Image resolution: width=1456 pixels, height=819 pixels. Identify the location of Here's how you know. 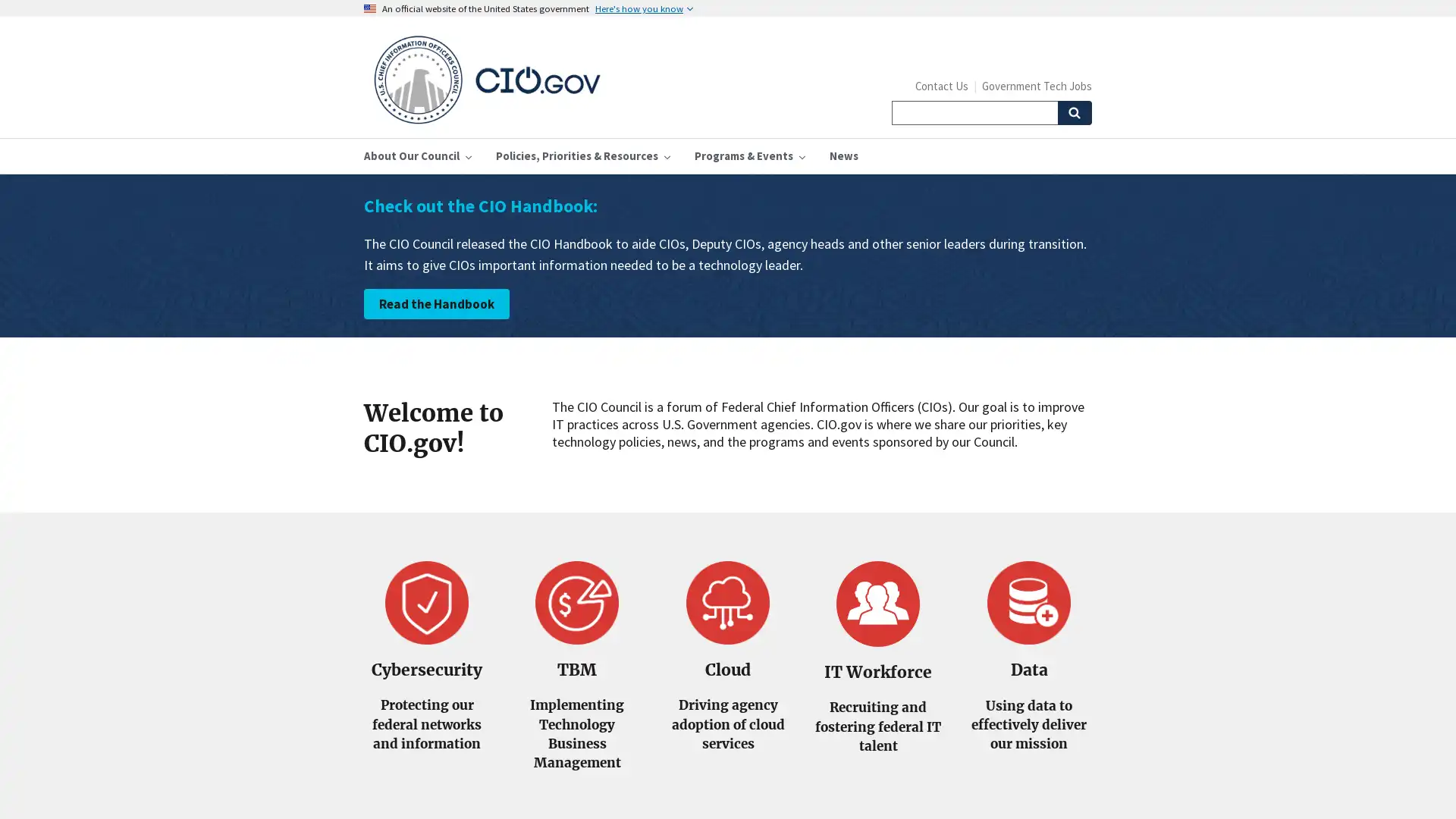
(644, 8).